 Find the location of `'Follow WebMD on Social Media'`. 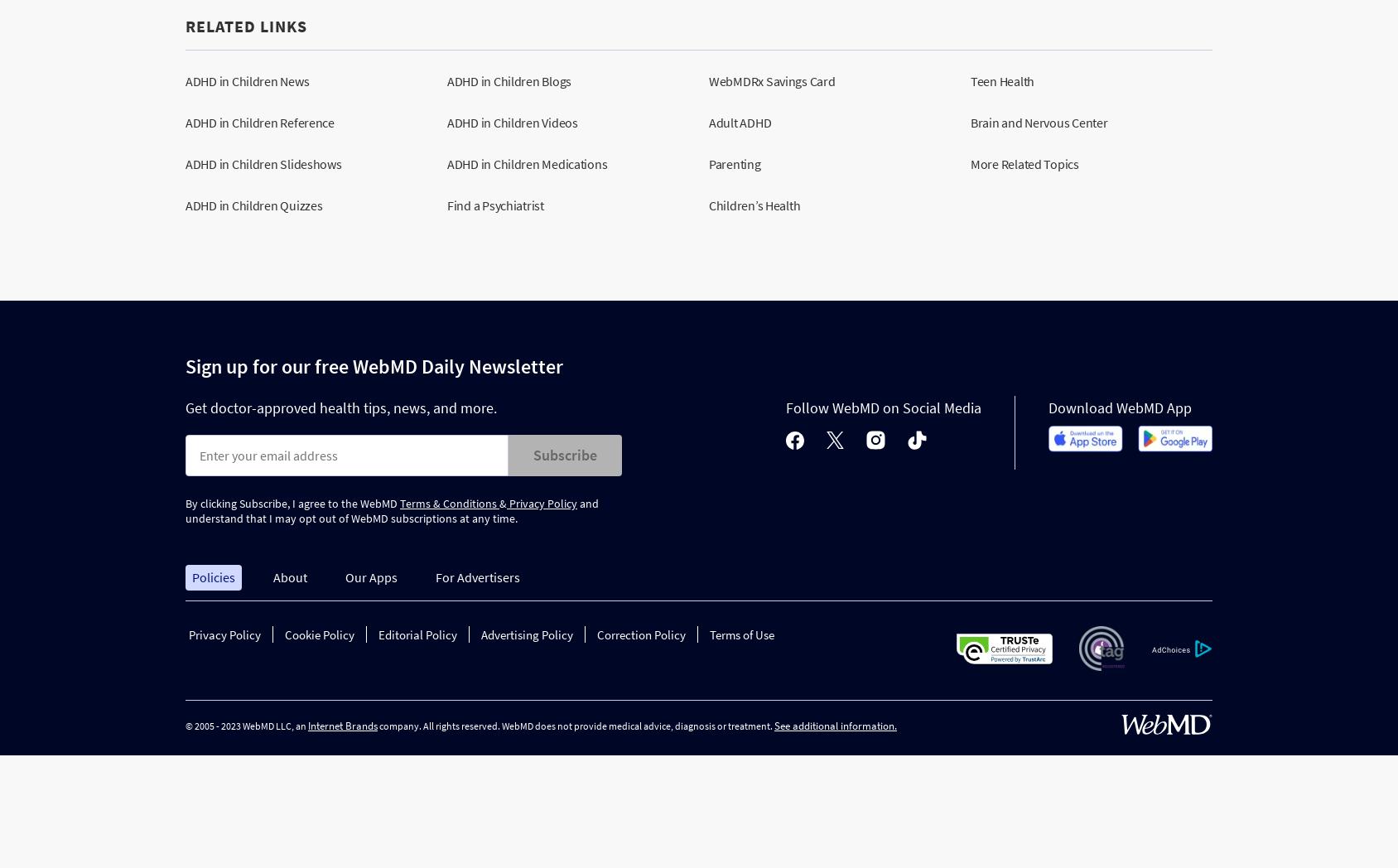

'Follow WebMD on Social Media' is located at coordinates (784, 407).